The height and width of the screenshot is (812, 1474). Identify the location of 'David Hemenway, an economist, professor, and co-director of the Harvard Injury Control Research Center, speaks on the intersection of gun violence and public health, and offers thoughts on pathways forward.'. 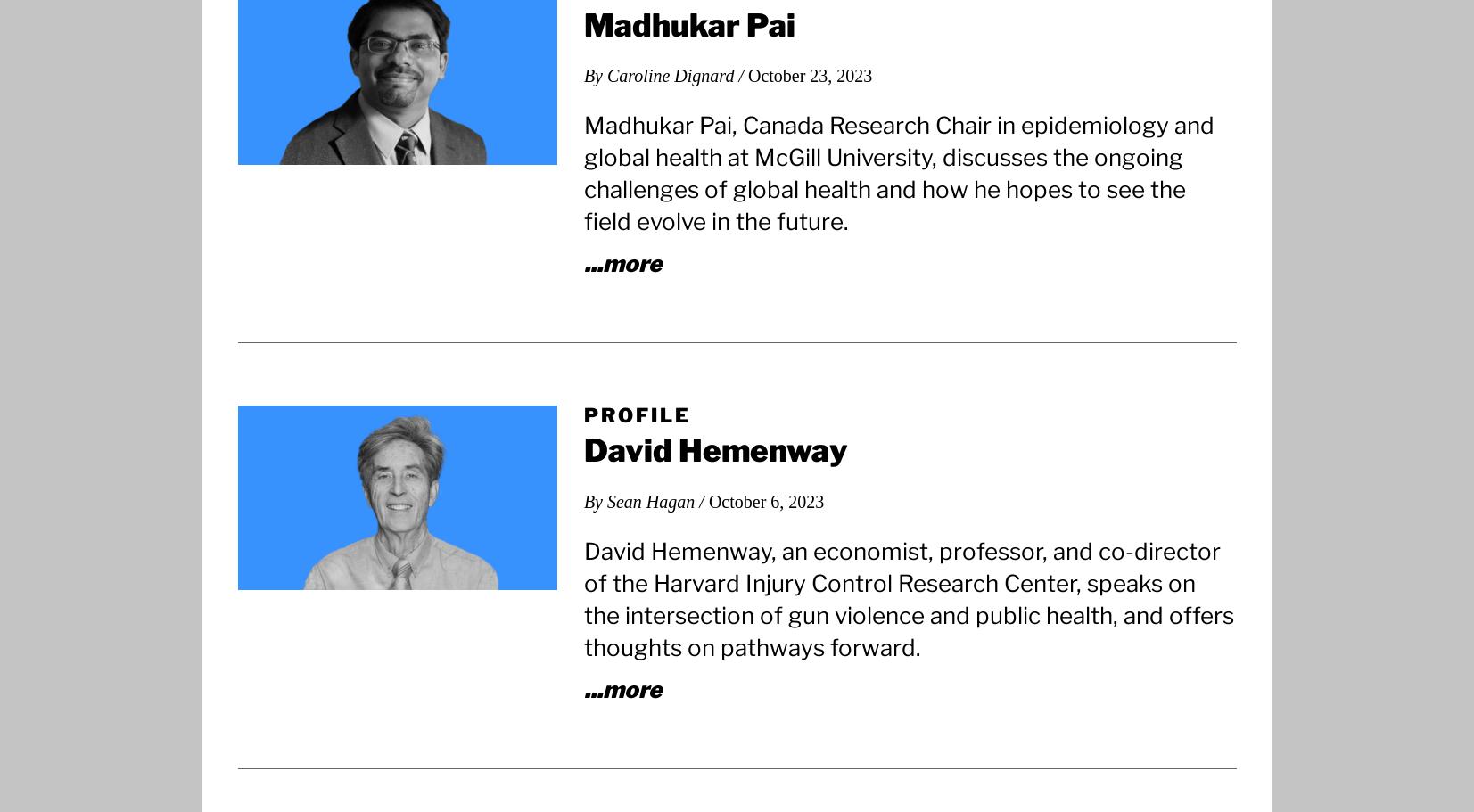
(908, 597).